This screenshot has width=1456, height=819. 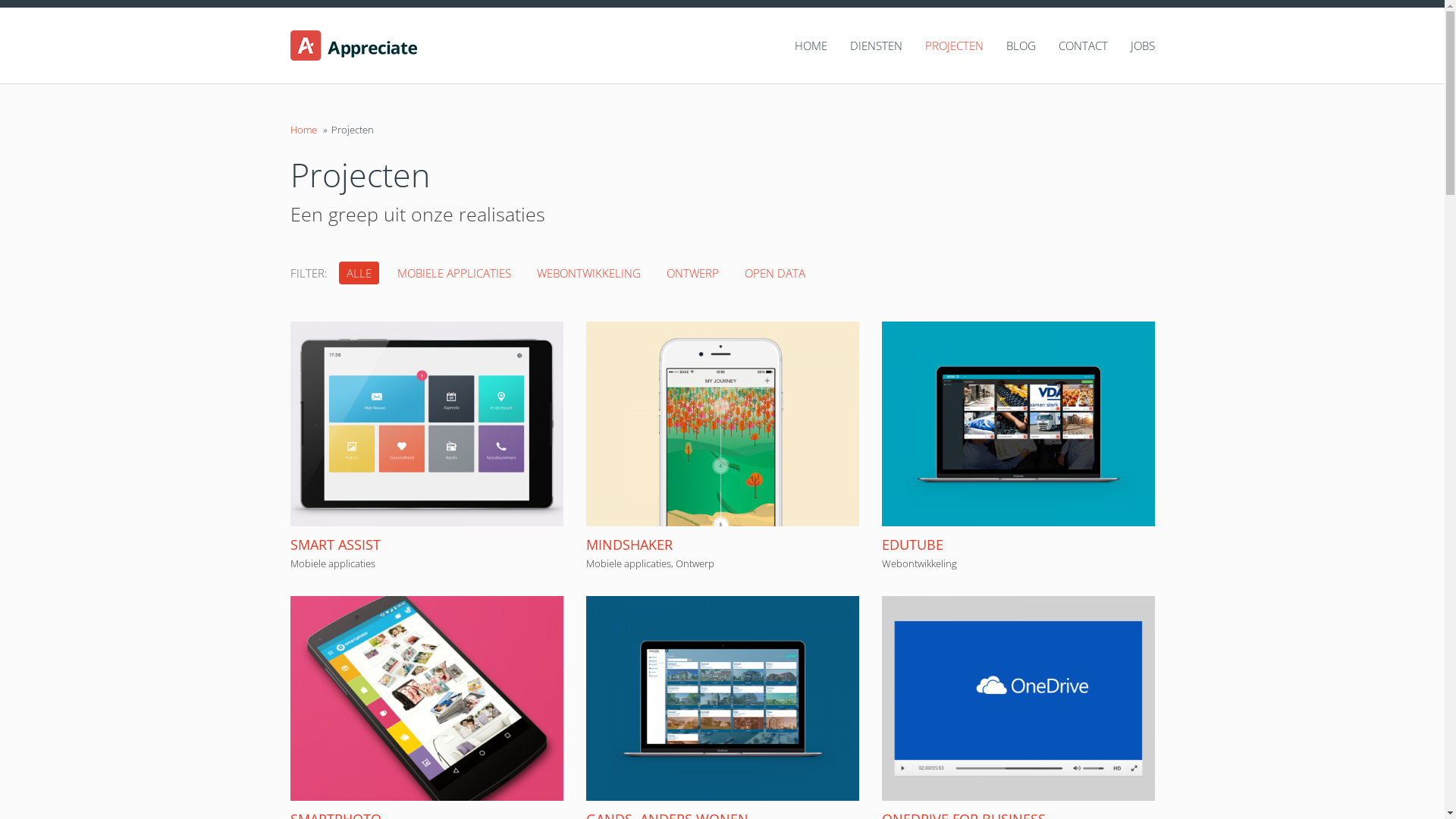 I want to click on 'Ontwerp', so click(x=693, y=563).